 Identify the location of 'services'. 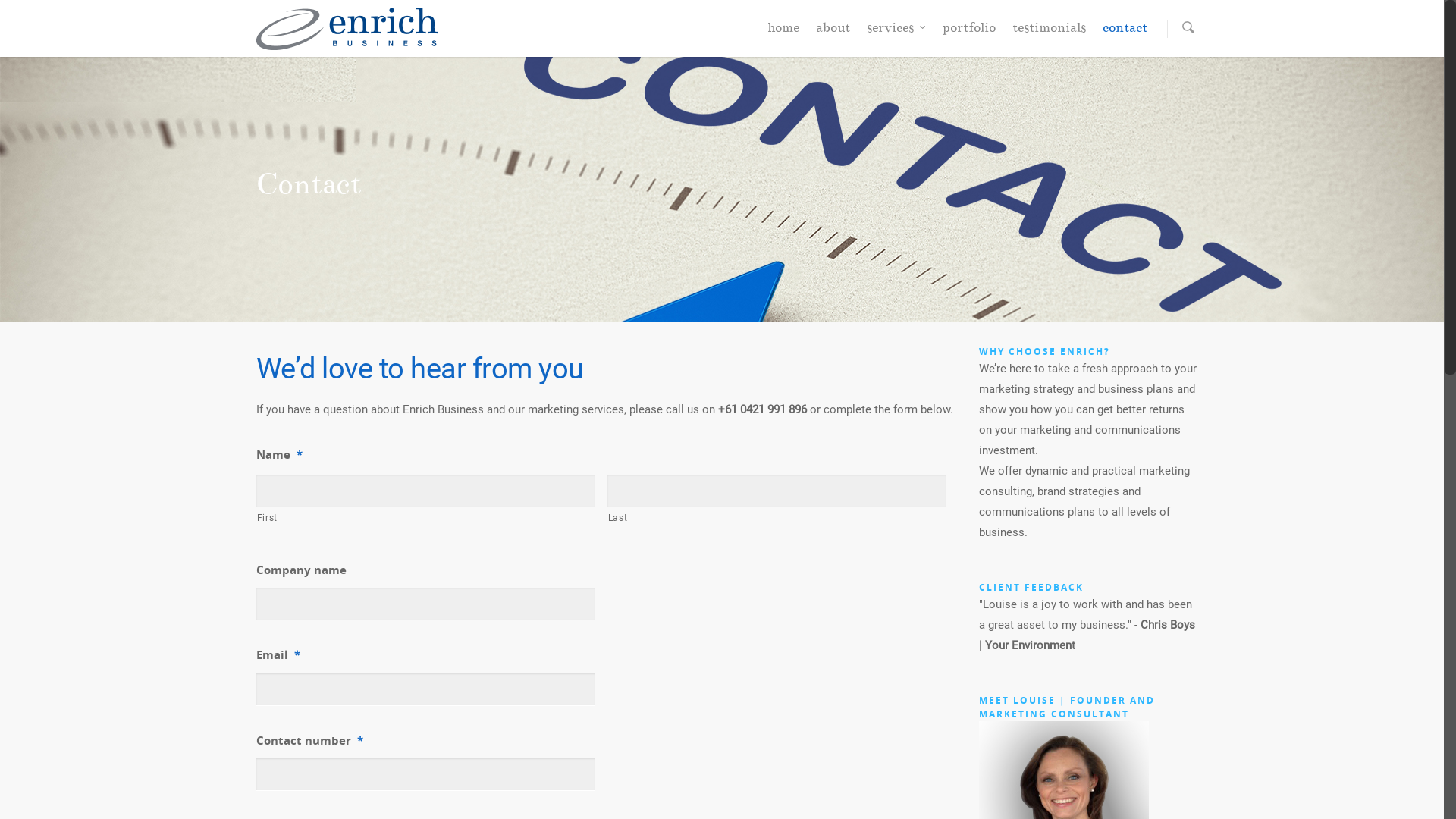
(858, 32).